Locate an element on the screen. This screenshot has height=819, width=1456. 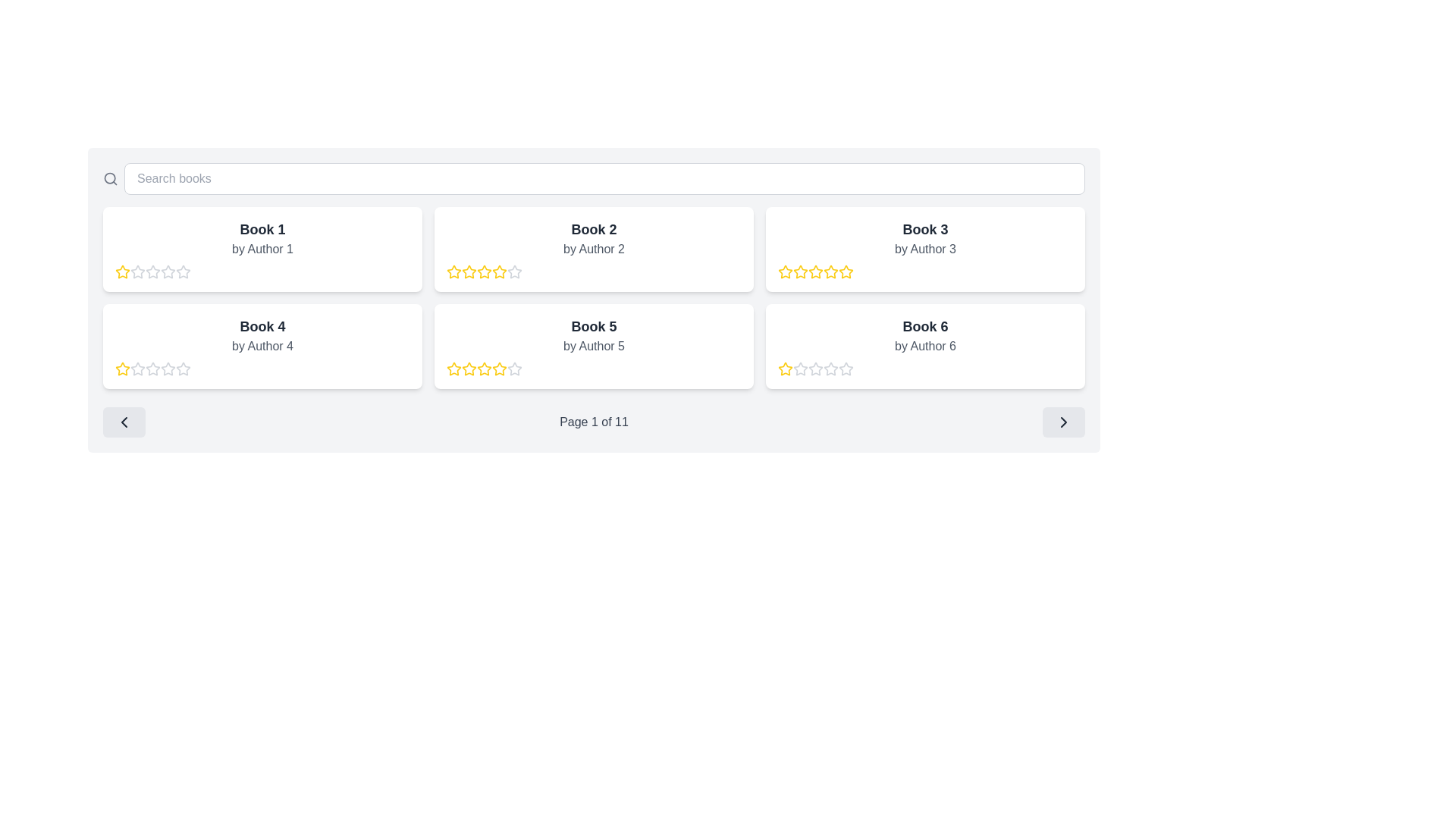
the first star icon in the rating component under the 'Book 6' card is located at coordinates (799, 369).